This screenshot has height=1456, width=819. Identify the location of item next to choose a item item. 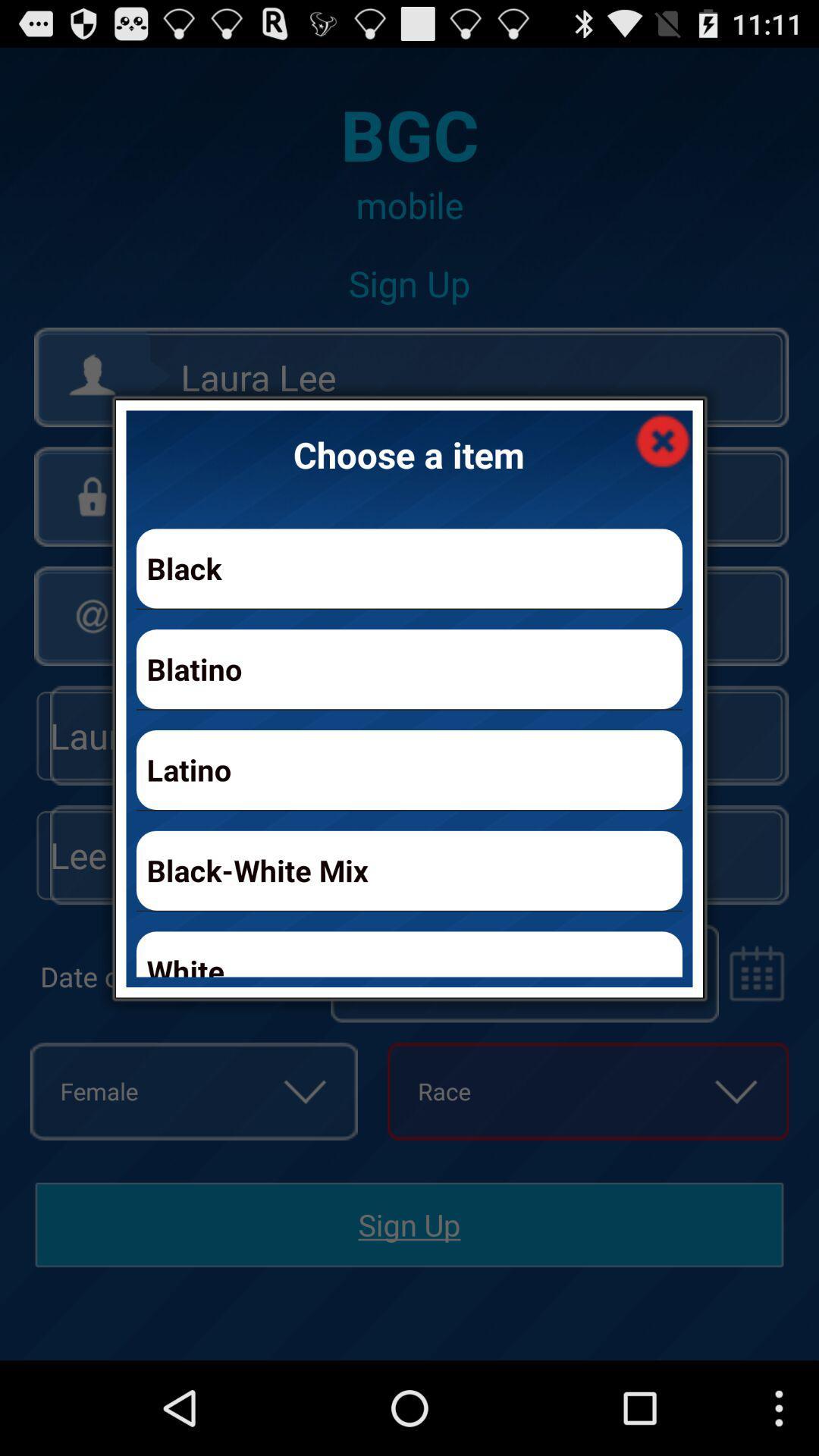
(662, 439).